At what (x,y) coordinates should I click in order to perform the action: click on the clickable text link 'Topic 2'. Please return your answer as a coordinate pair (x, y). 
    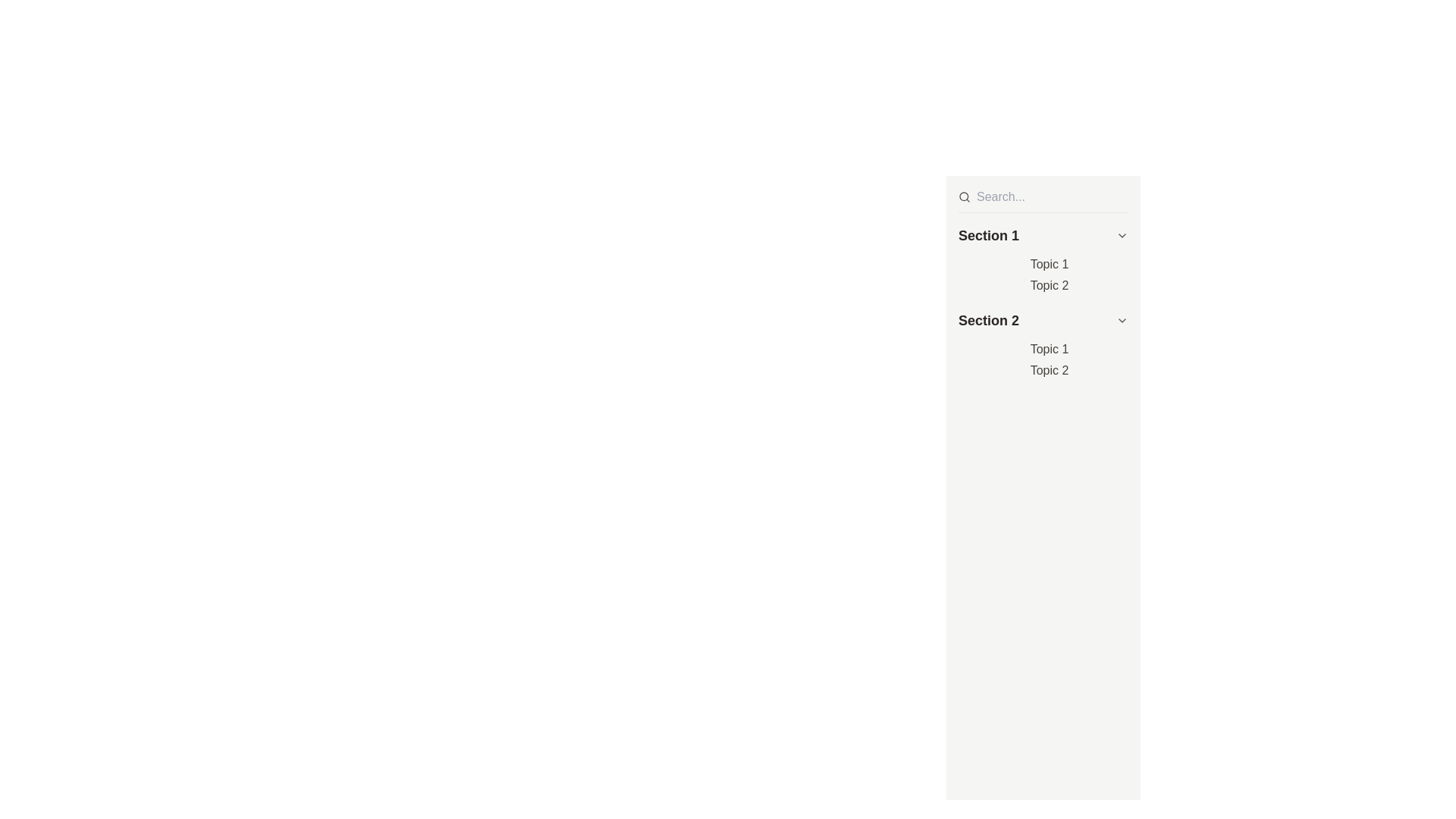
    Looking at the image, I should click on (1048, 371).